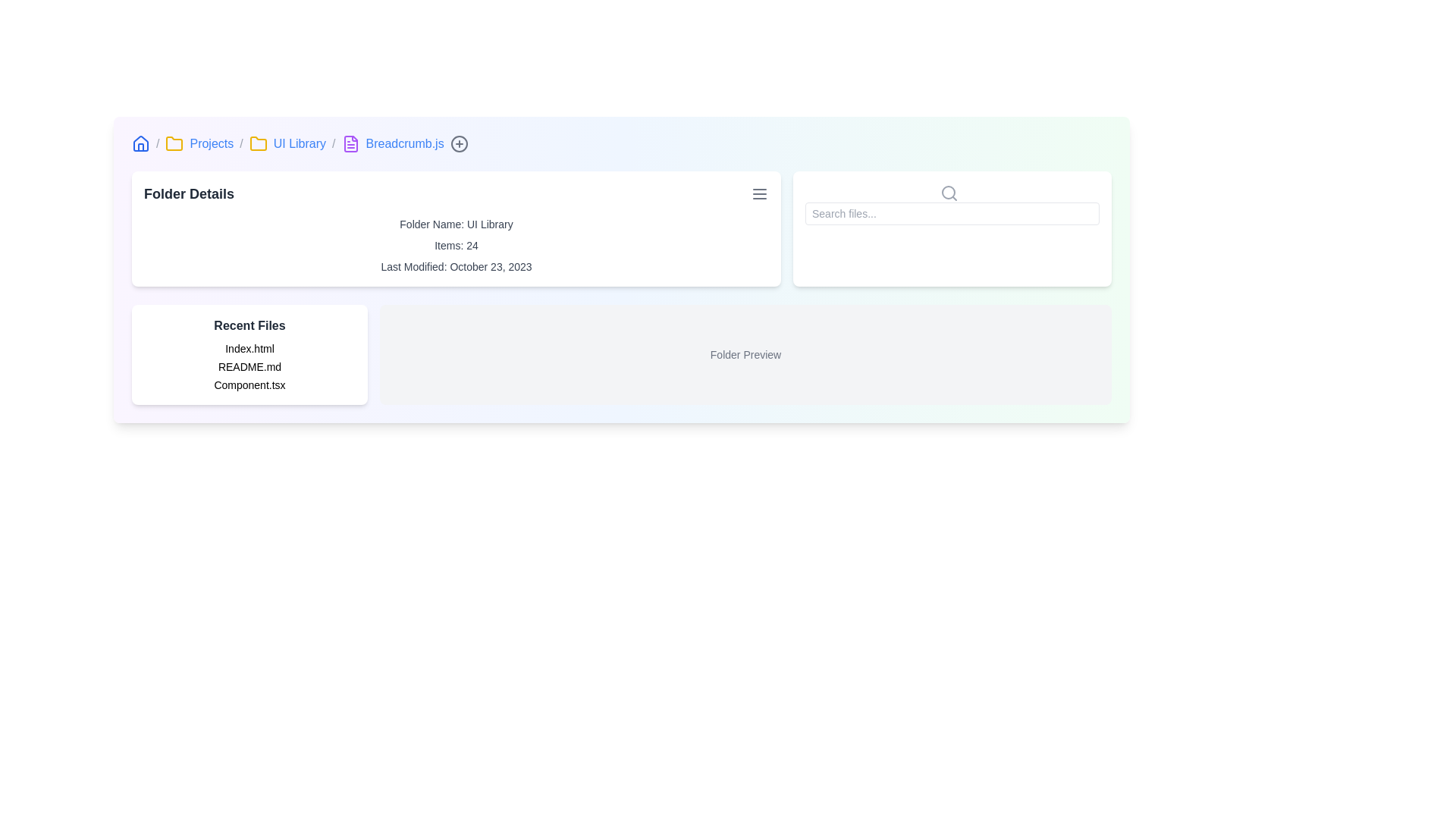 This screenshot has height=819, width=1456. Describe the element at coordinates (333, 143) in the screenshot. I see `the forward slash (/) text separator in the breadcrumb navigation, which visually separates the 'UI Library' and 'Breadcrumb.js' links` at that location.